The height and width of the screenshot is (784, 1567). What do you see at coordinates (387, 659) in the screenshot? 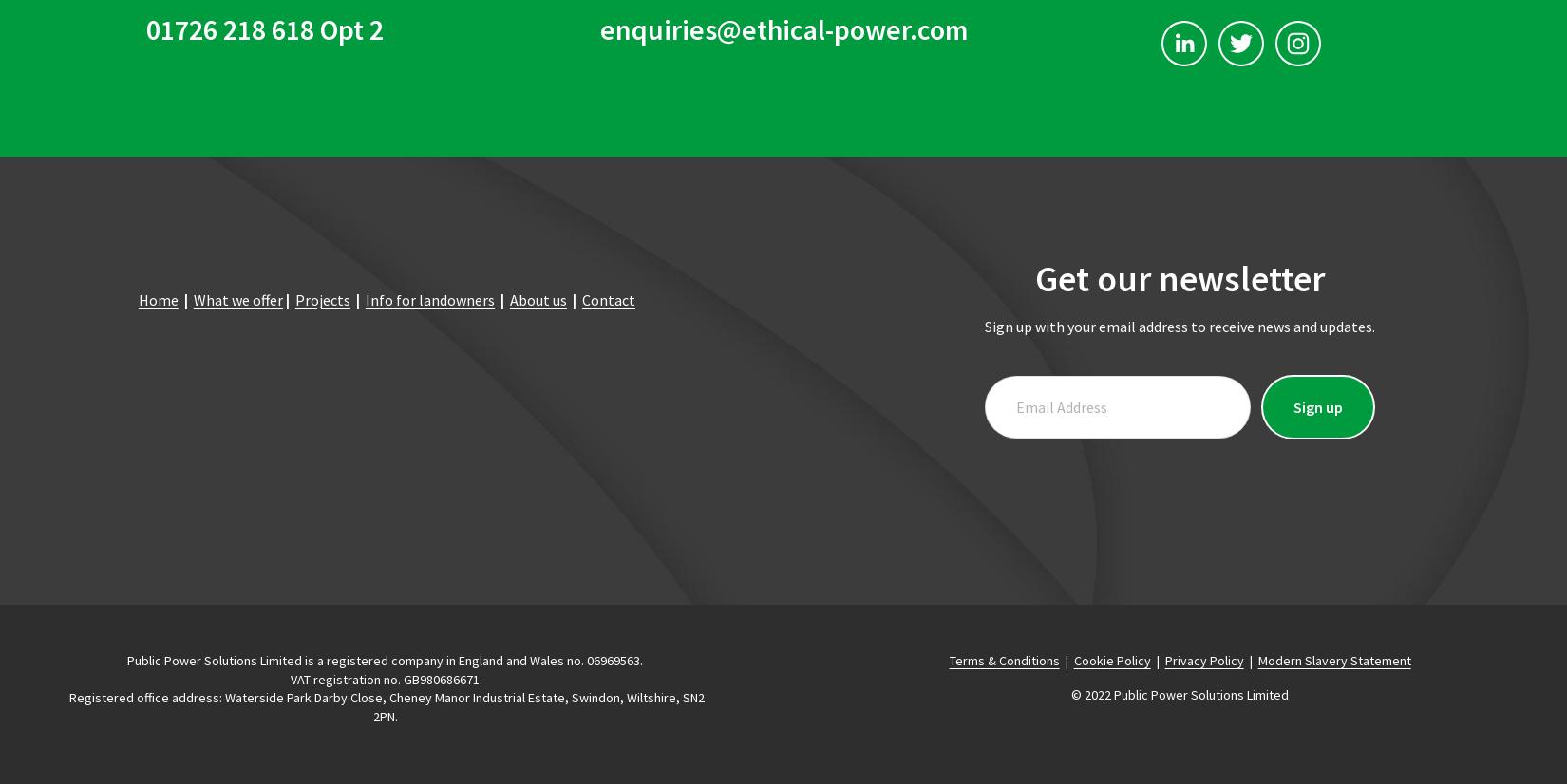
I see `'Public Power Solutions Limited is a registered company in England and Wales no. 06969563.'` at bounding box center [387, 659].